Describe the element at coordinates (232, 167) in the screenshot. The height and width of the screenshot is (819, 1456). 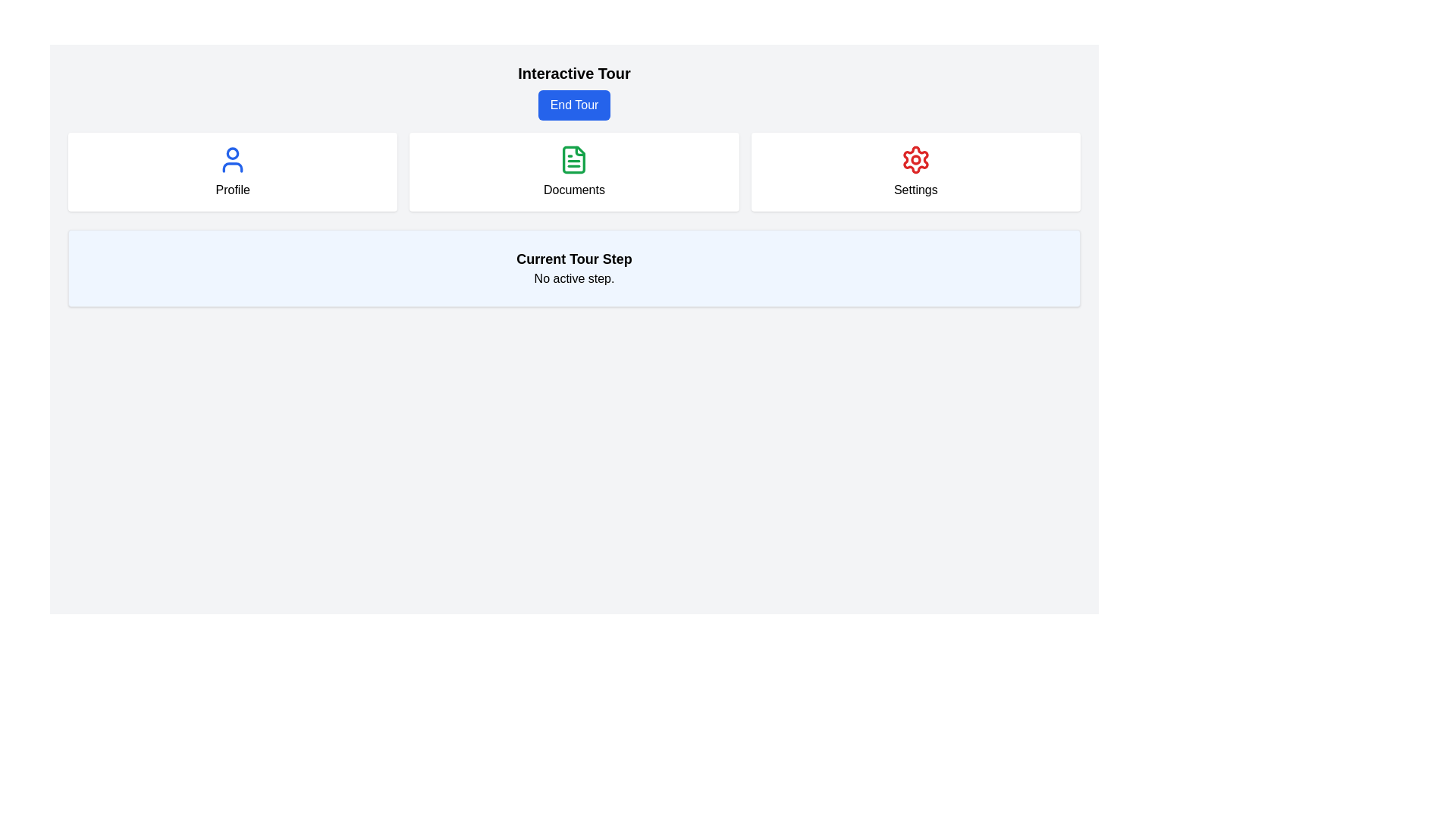
I see `the lower segment of the blue circular profile icon representing a user, located in the first card labeled 'Profile'` at that location.